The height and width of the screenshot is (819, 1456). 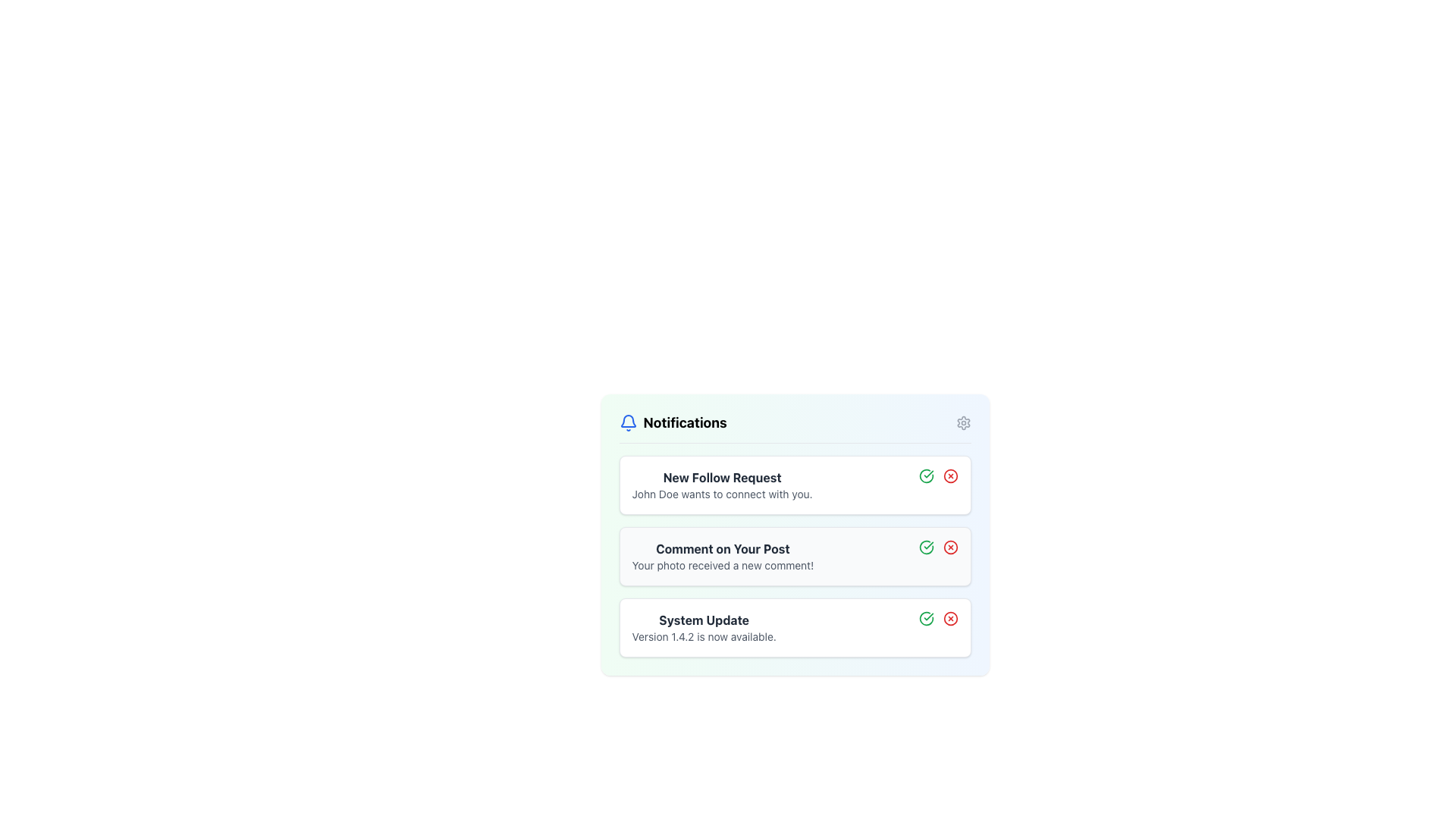 What do you see at coordinates (722, 556) in the screenshot?
I see `the text block titled 'Comment on Your Post' that displays the message 'Your photo received a new comment!' to acknowledge or open related content` at bounding box center [722, 556].